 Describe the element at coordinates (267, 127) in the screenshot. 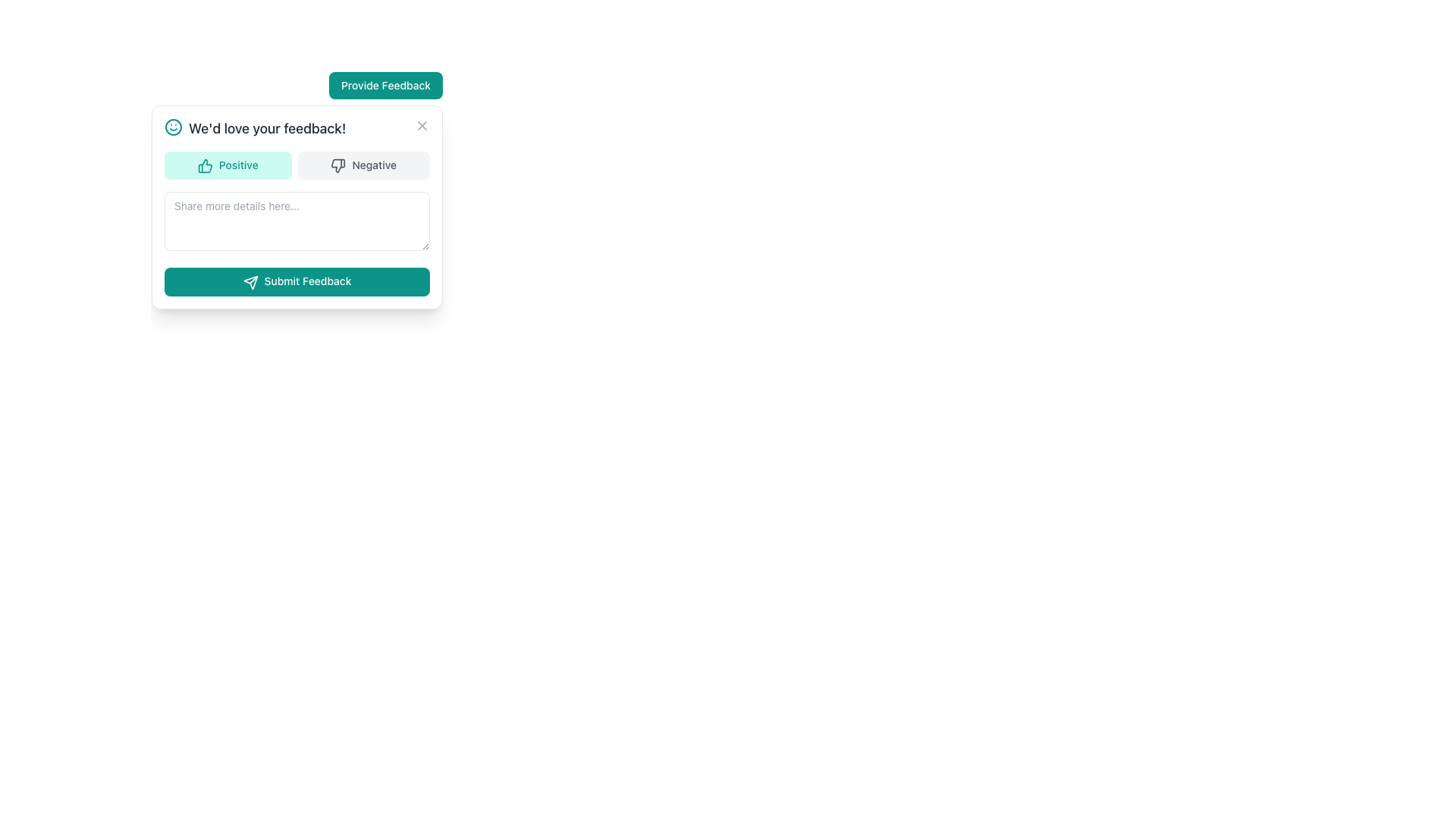

I see `the Text label that serves as a heading for the feedback dialog, positioned to the right of the smiley face icon and above the 'Positive' and 'Negative' buttons` at that location.